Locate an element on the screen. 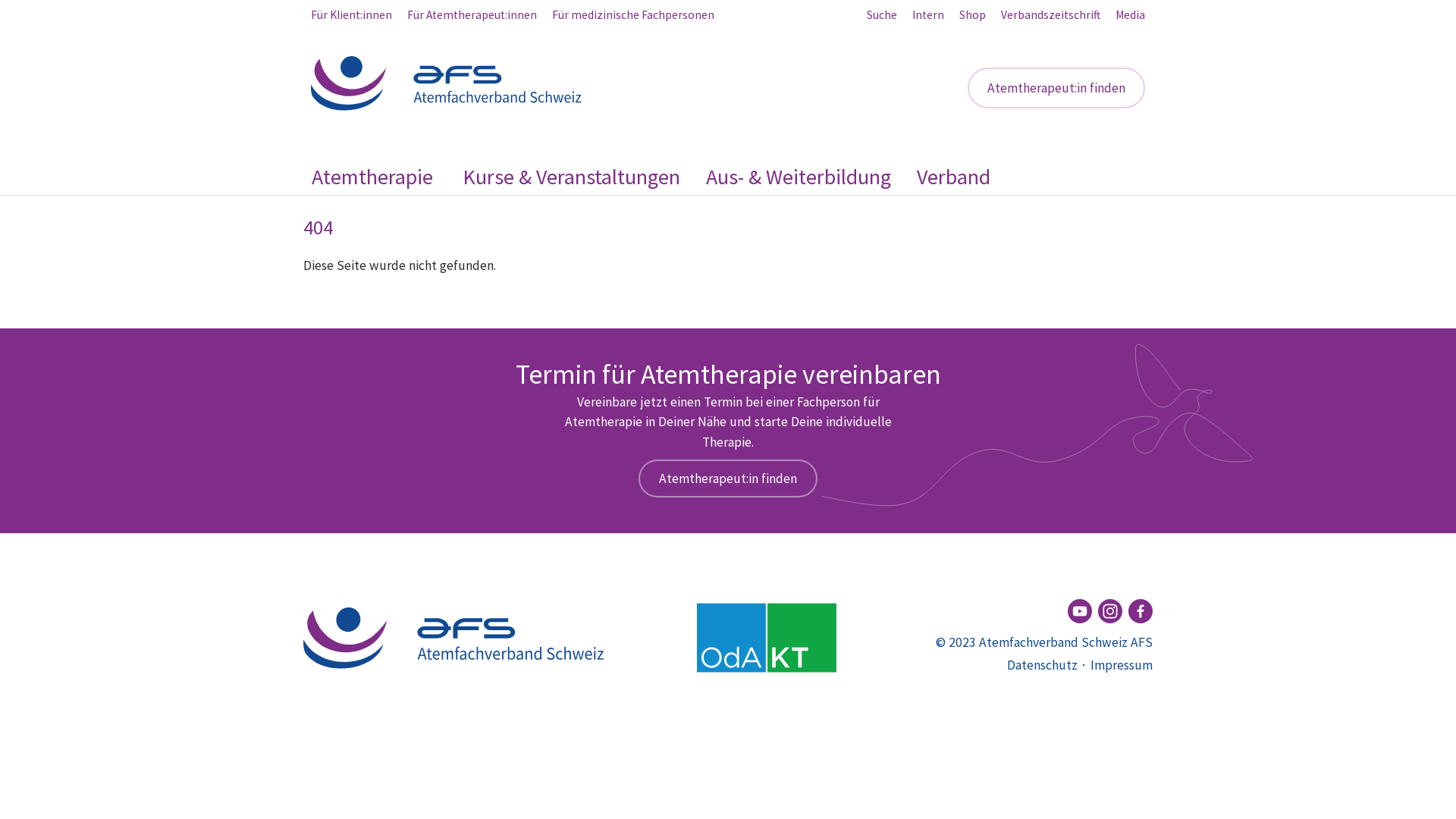 The height and width of the screenshot is (819, 1456). 'Intern' is located at coordinates (927, 14).